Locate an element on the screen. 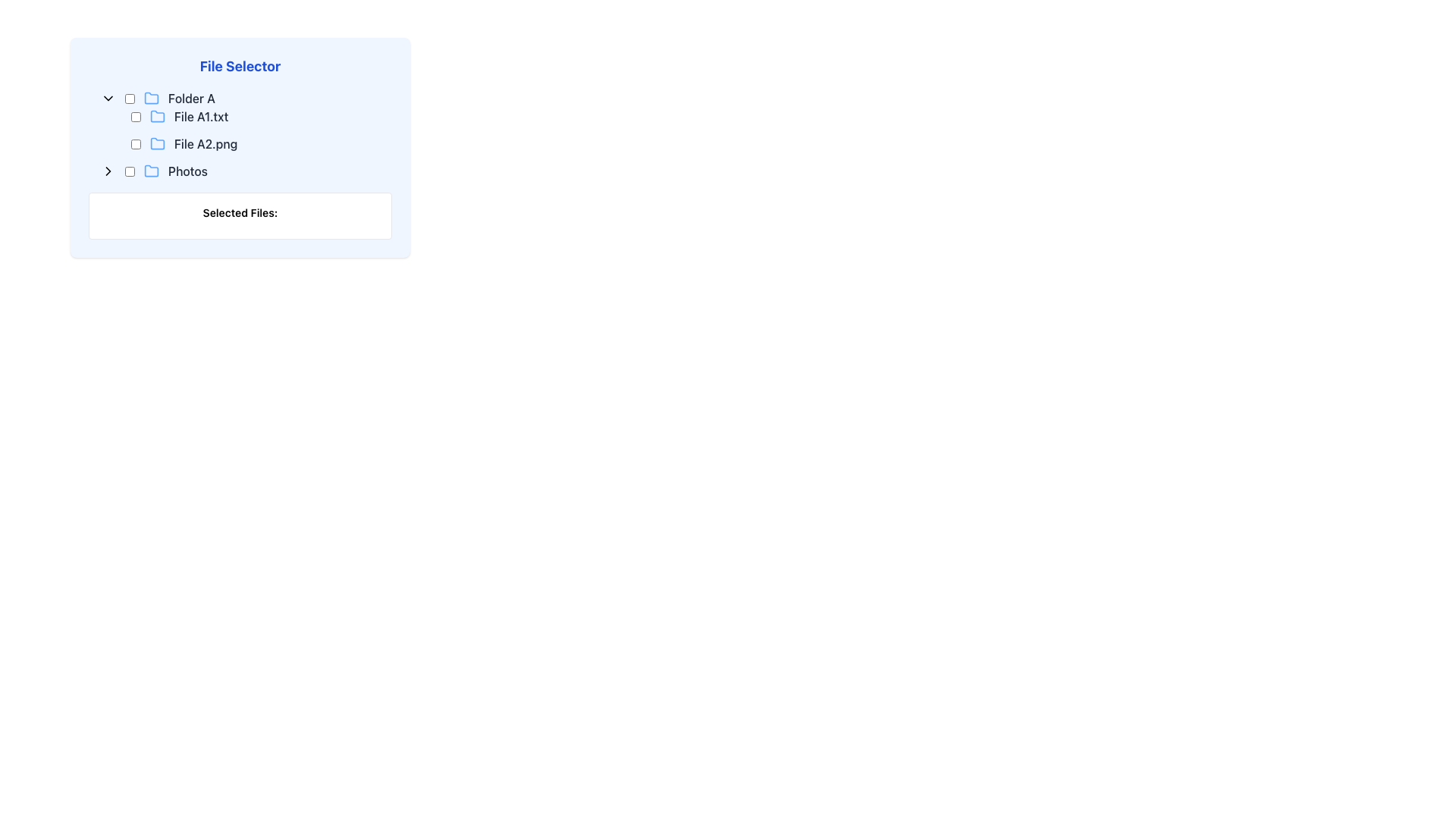 The height and width of the screenshot is (819, 1456). the expandable icon located to the left of the 'Photos' text is located at coordinates (108, 171).